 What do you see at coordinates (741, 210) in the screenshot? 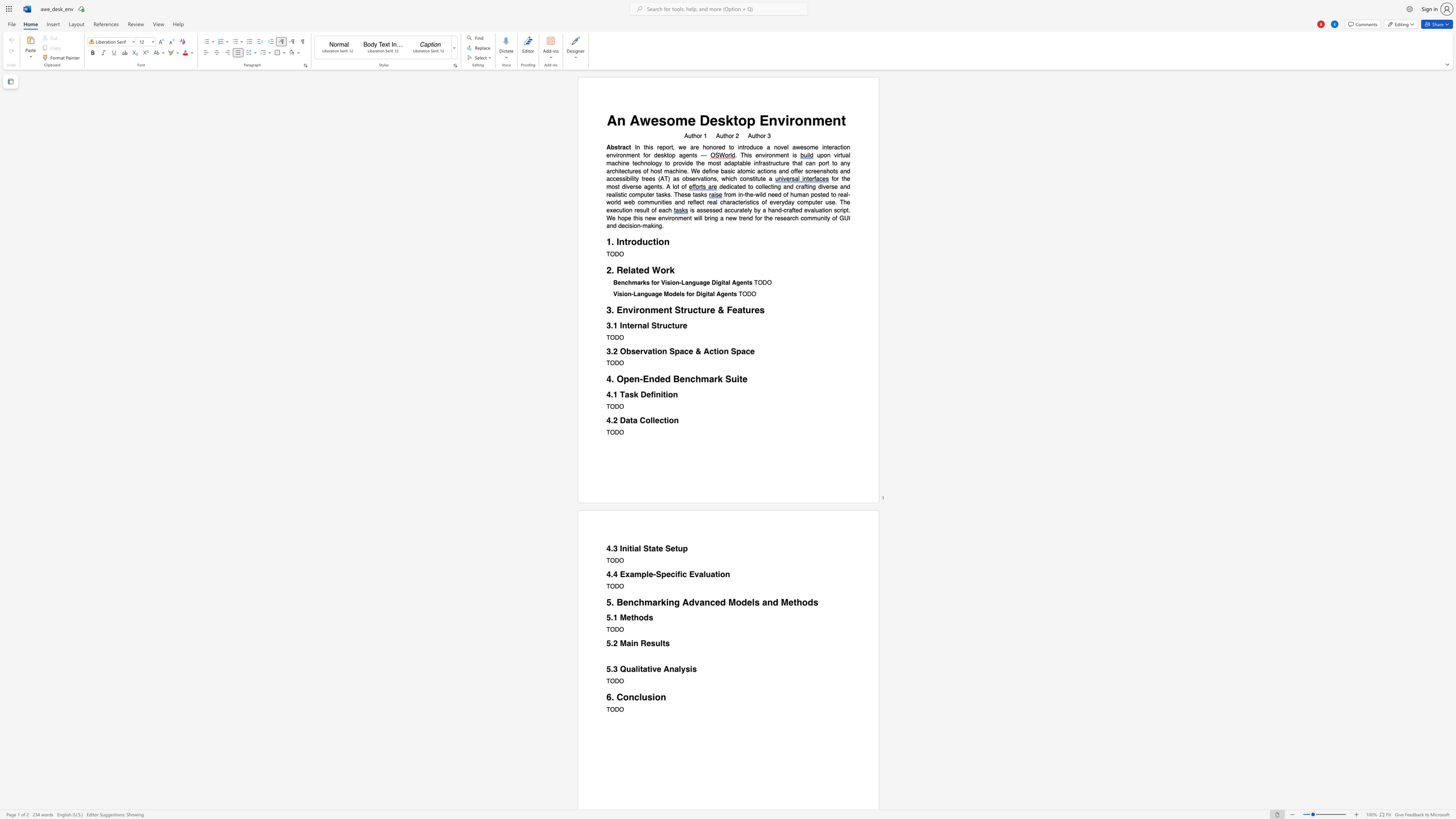
I see `the 3th character "a" in the text` at bounding box center [741, 210].